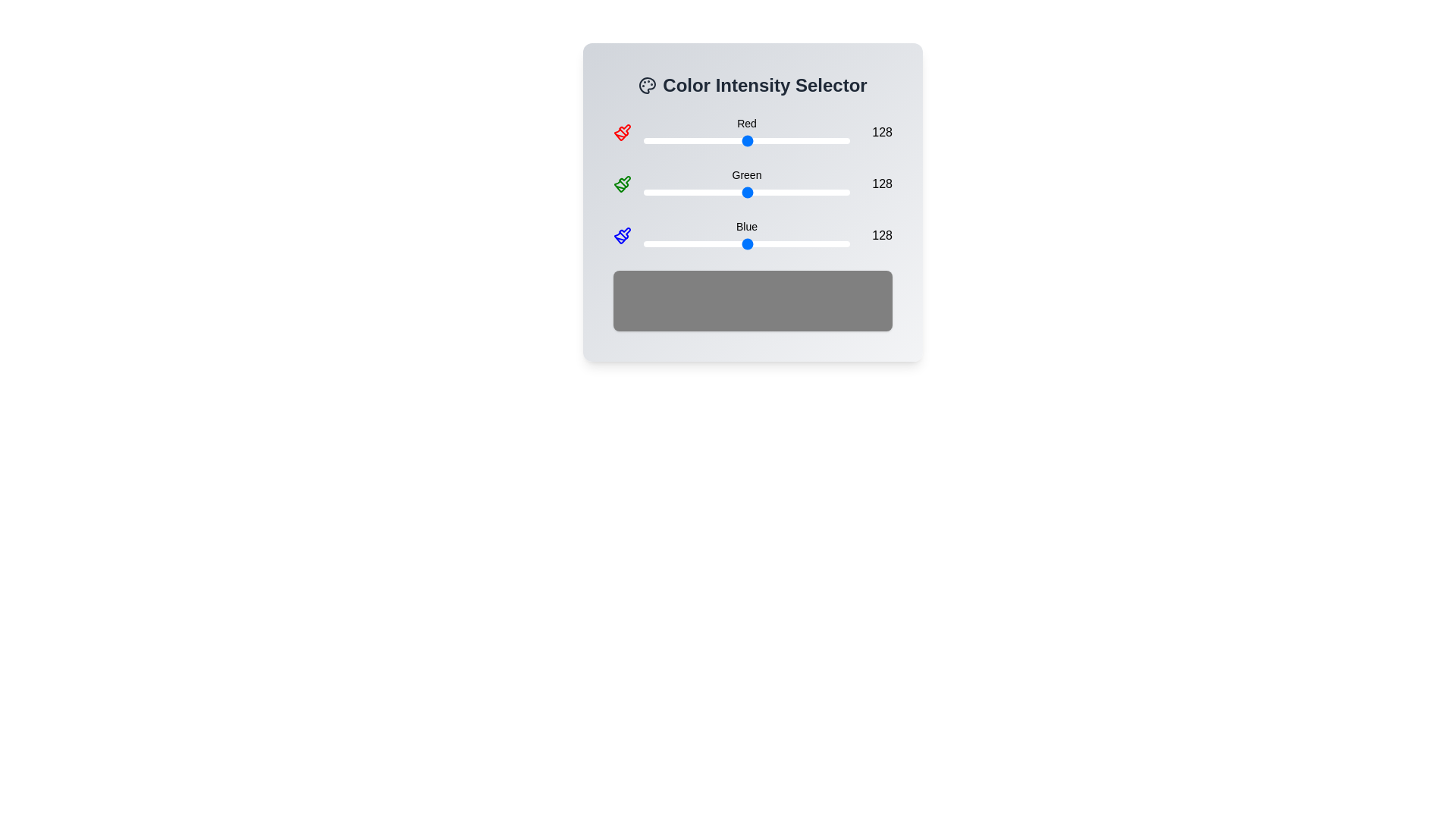  Describe the element at coordinates (746, 122) in the screenshot. I see `the text label displaying the word 'Red' which is centrally aligned above the intensity slider in the Color Intensity Selector section` at that location.